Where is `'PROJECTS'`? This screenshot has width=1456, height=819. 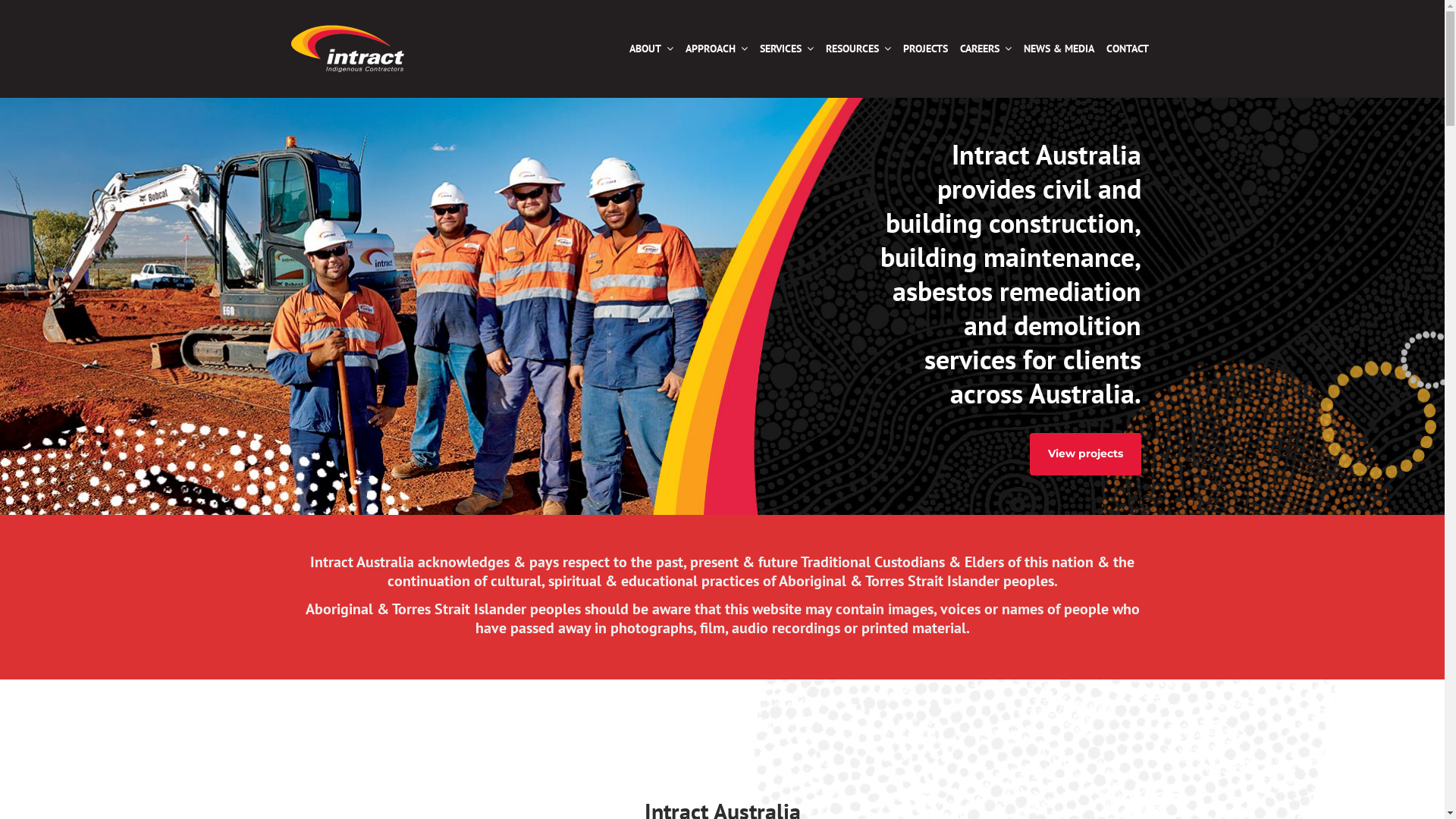
'PROJECTS' is located at coordinates (924, 48).